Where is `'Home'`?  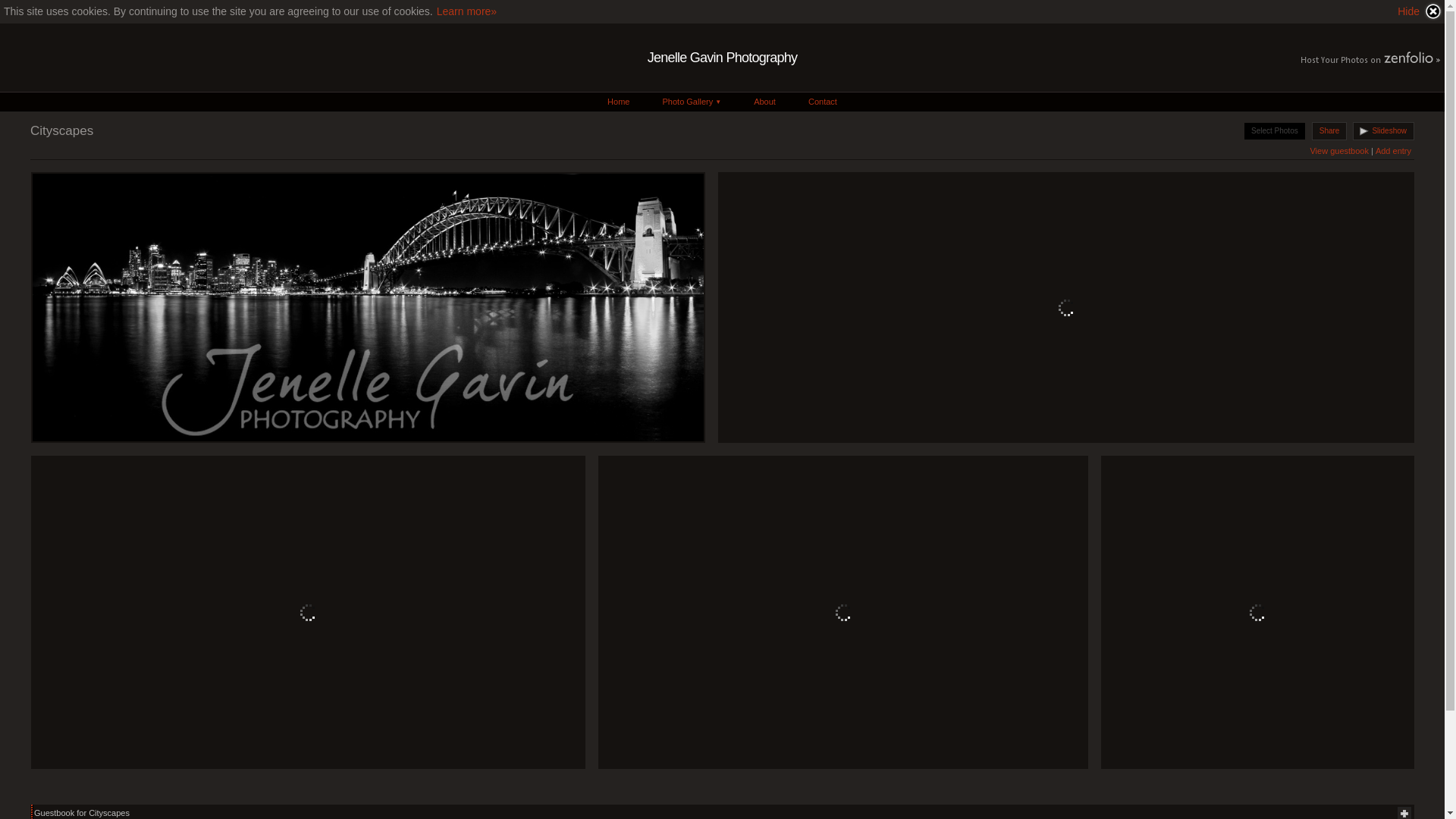
'Home' is located at coordinates (618, 102).